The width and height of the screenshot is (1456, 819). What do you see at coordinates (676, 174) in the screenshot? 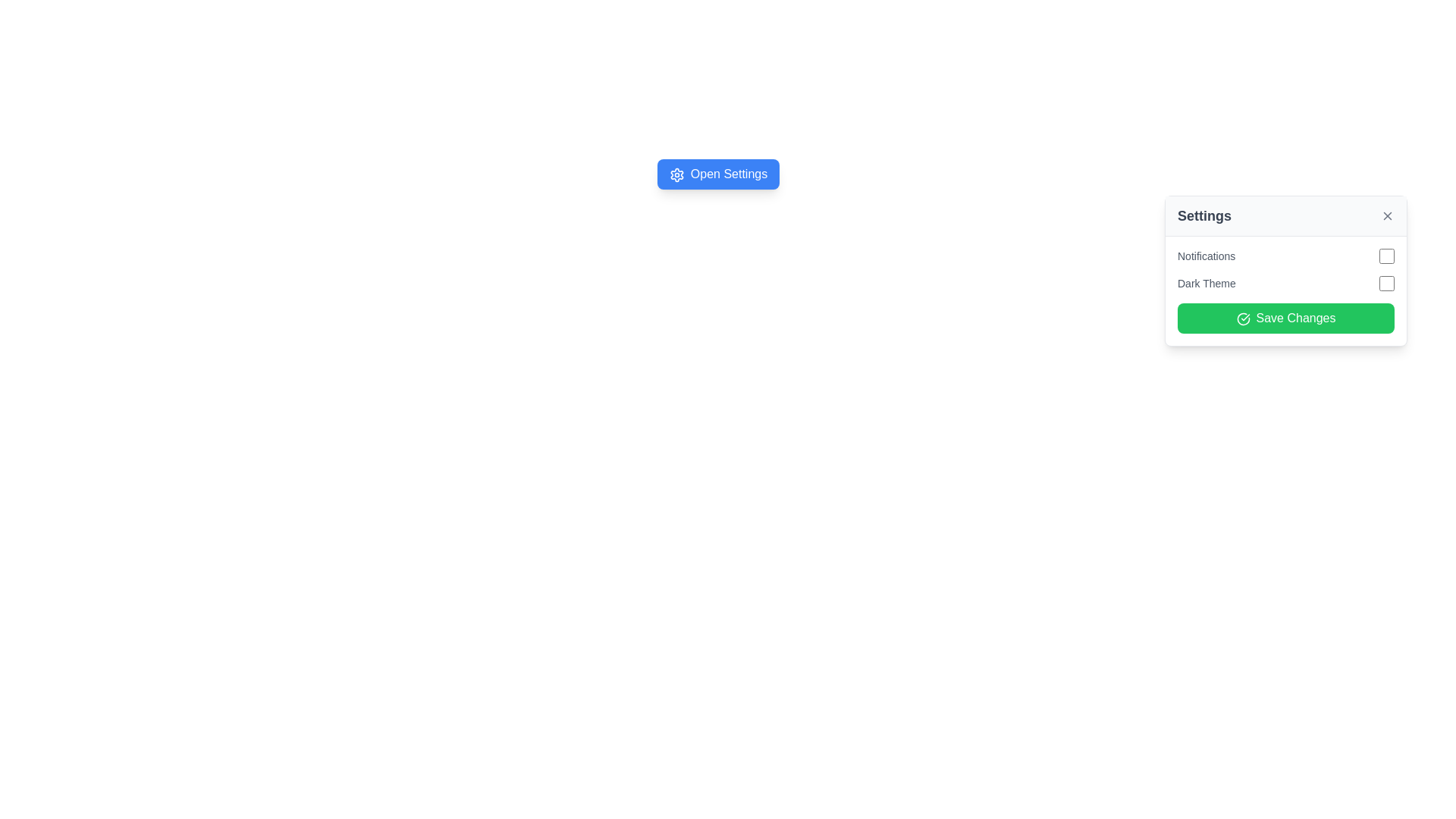
I see `the settings icon located to the left of the 'Open Settings' text within the button labeled 'Open Settings'` at bounding box center [676, 174].